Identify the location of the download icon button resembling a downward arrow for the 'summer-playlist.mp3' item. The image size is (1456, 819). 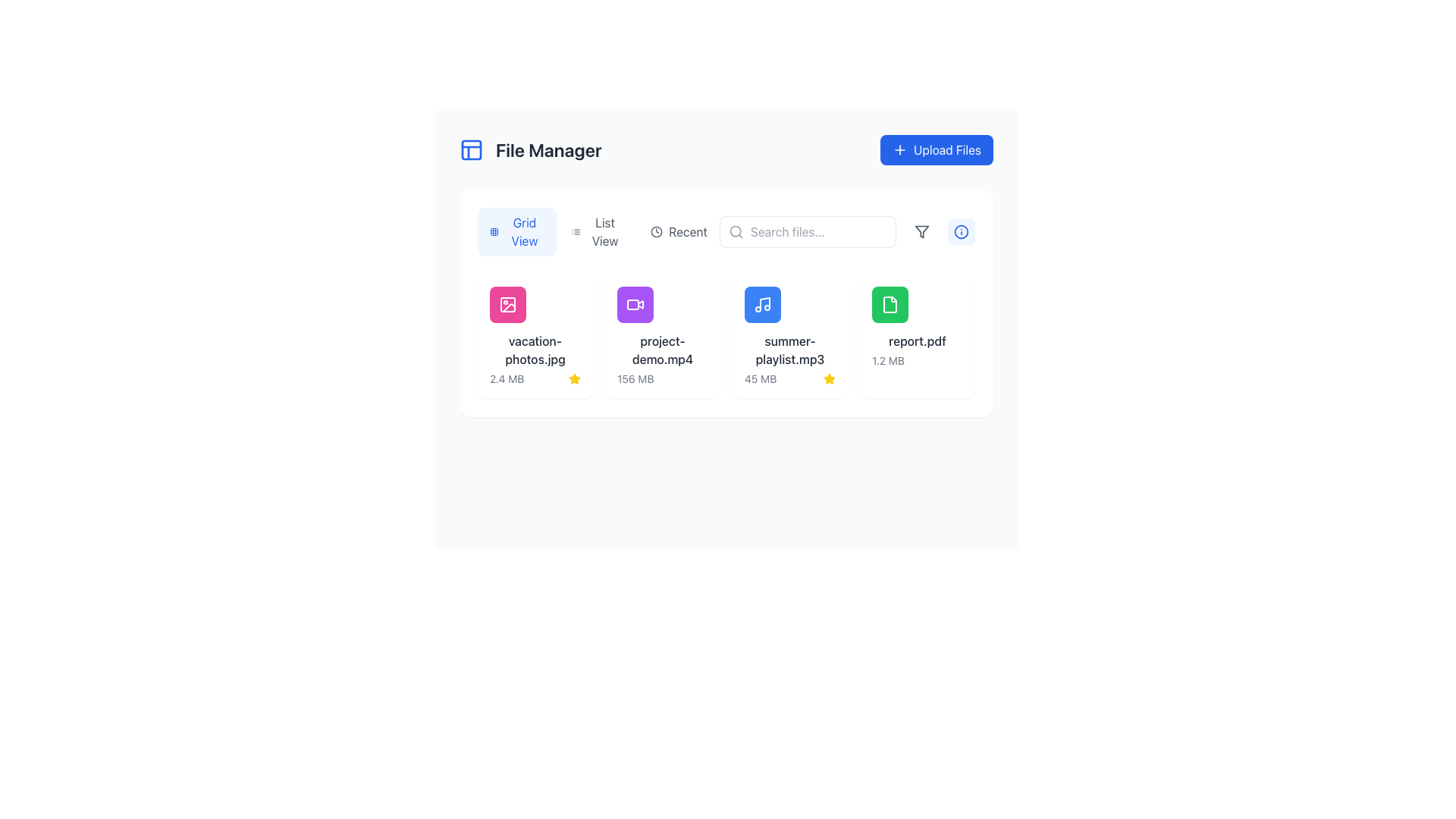
(758, 376).